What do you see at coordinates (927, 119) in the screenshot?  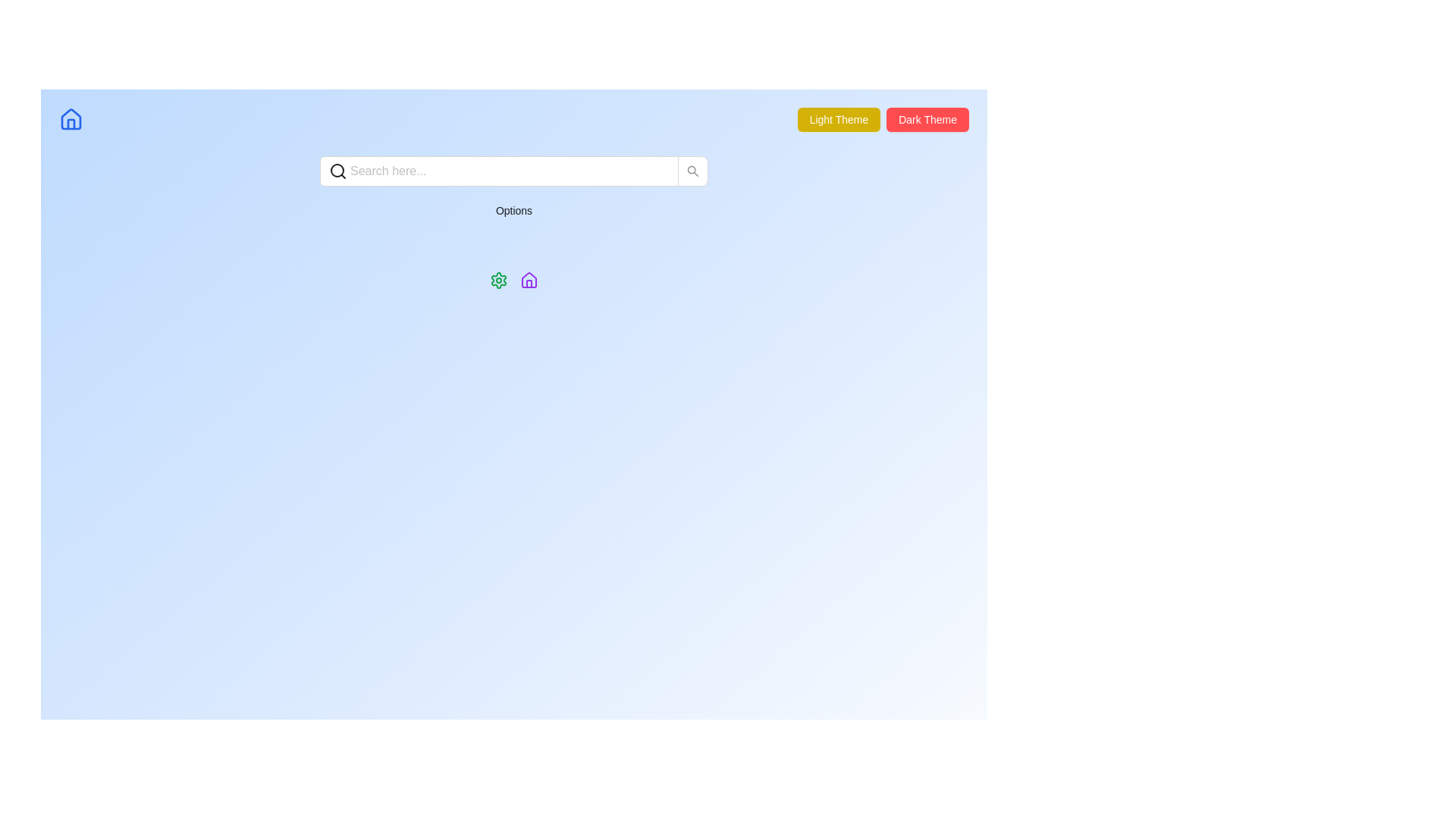 I see `the dark theme button located in the top-right section of the interface` at bounding box center [927, 119].